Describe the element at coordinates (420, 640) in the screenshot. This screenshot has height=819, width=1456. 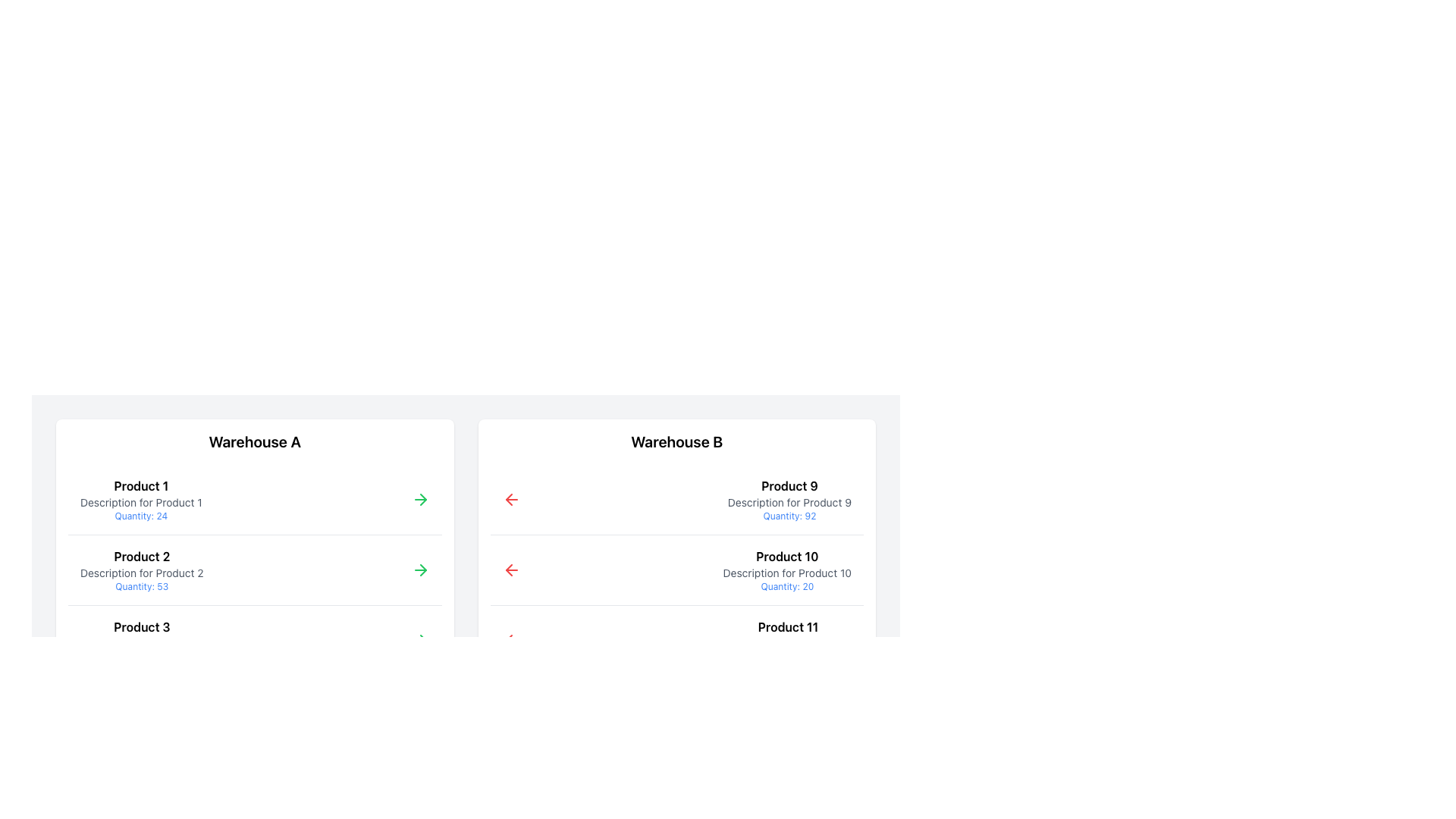
I see `the icon located in the 'Product 3' section, situated to the far right of the product details following 'Quantity: 16'` at that location.